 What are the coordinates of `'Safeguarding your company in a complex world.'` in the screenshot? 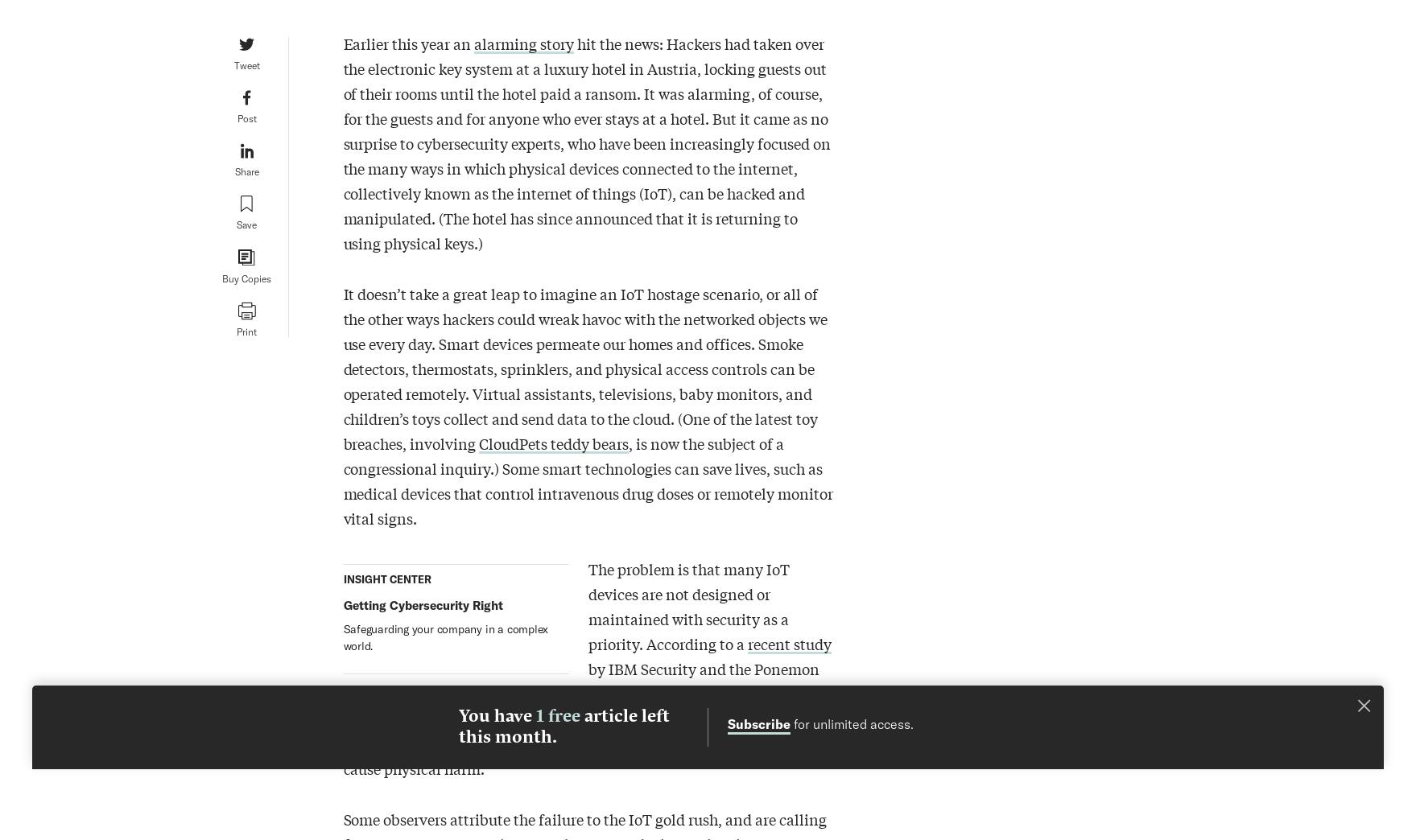 It's located at (444, 636).